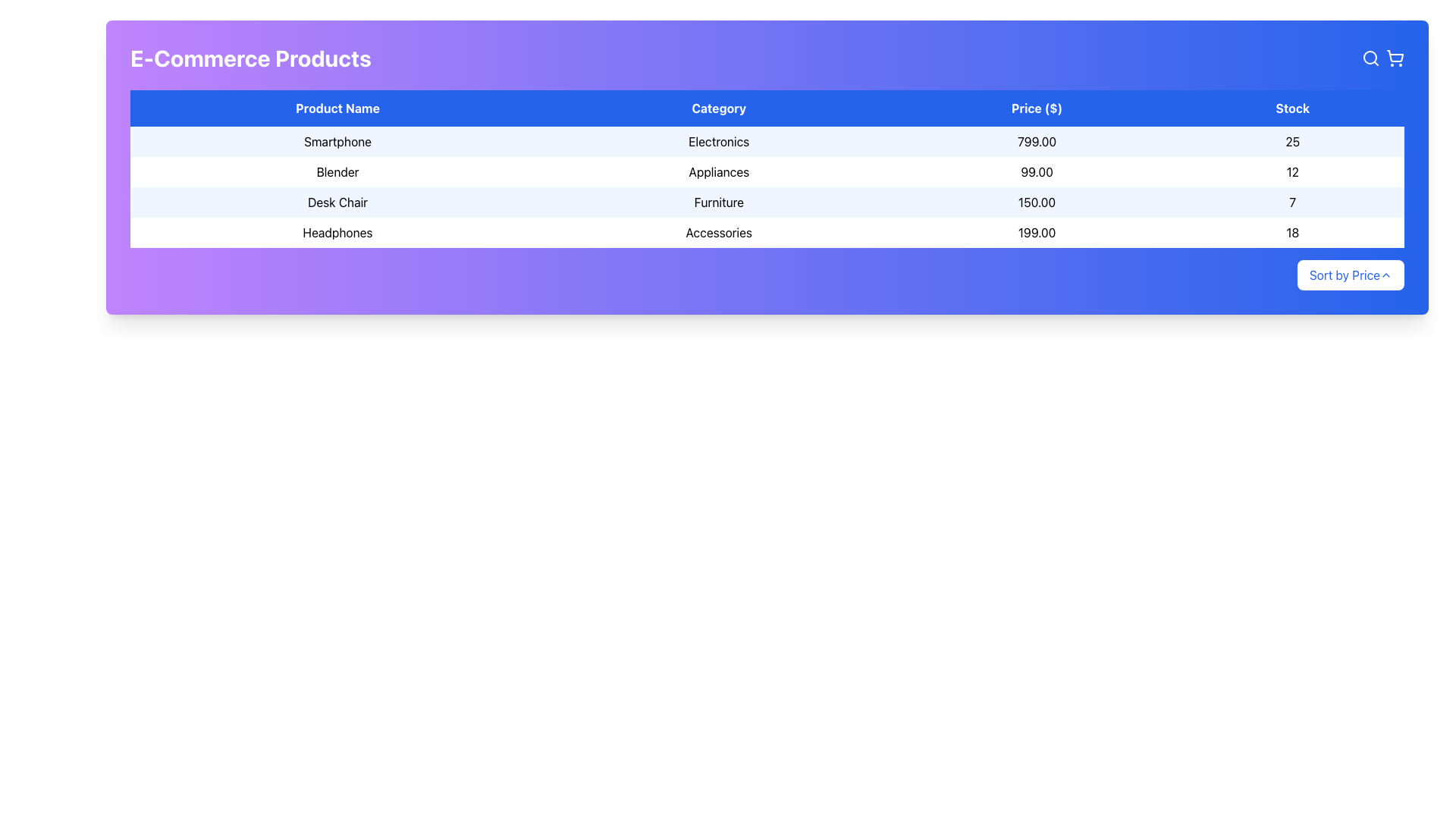 This screenshot has height=819, width=1456. I want to click on the 'Category' text label for the 'Headphones' product, which is the second cell in its row, indicating the product's classification, so click(718, 233).